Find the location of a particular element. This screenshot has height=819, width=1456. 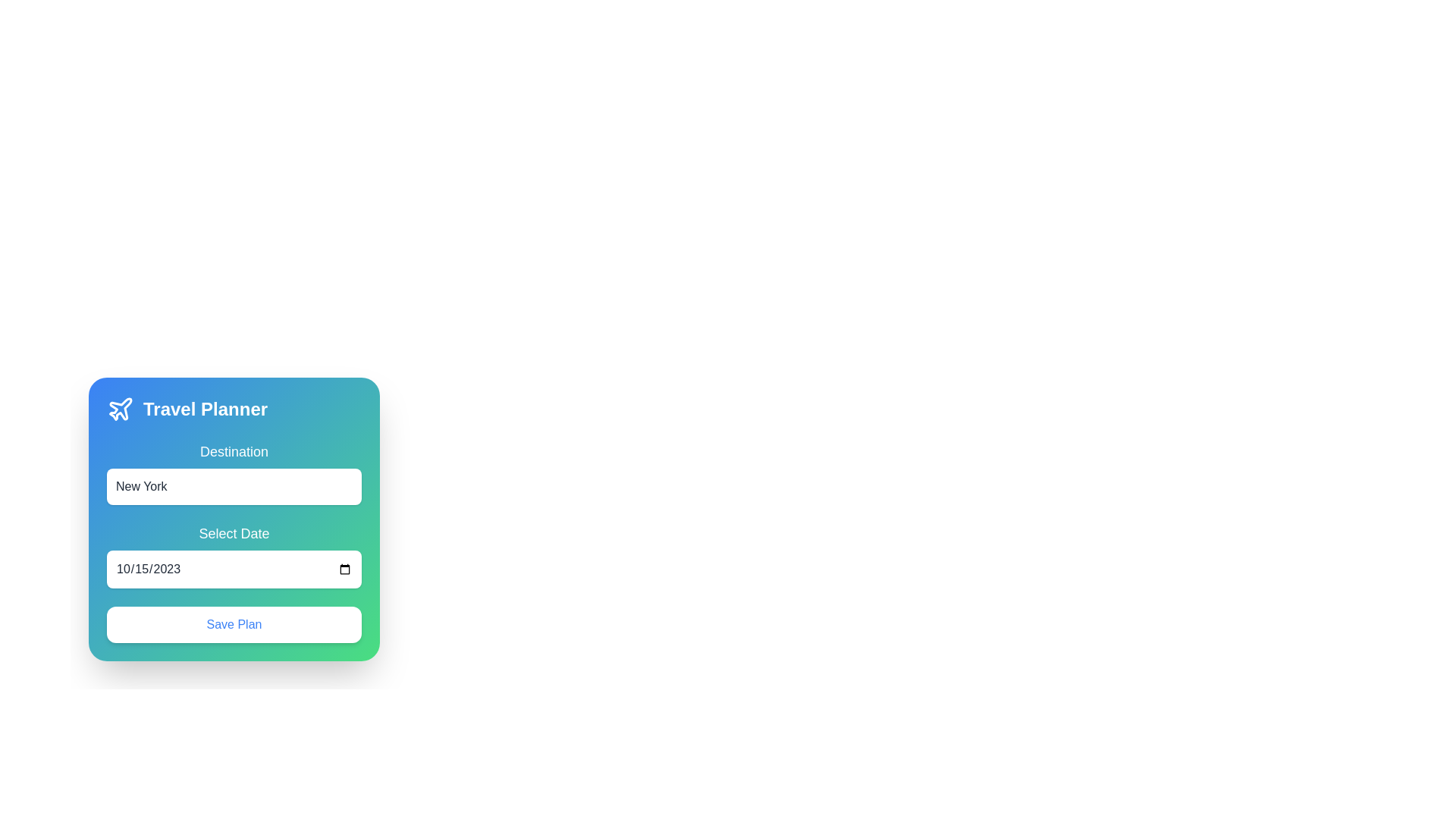

the rectangular button with a white background and blue text labeled 'Save Plan' is located at coordinates (233, 625).